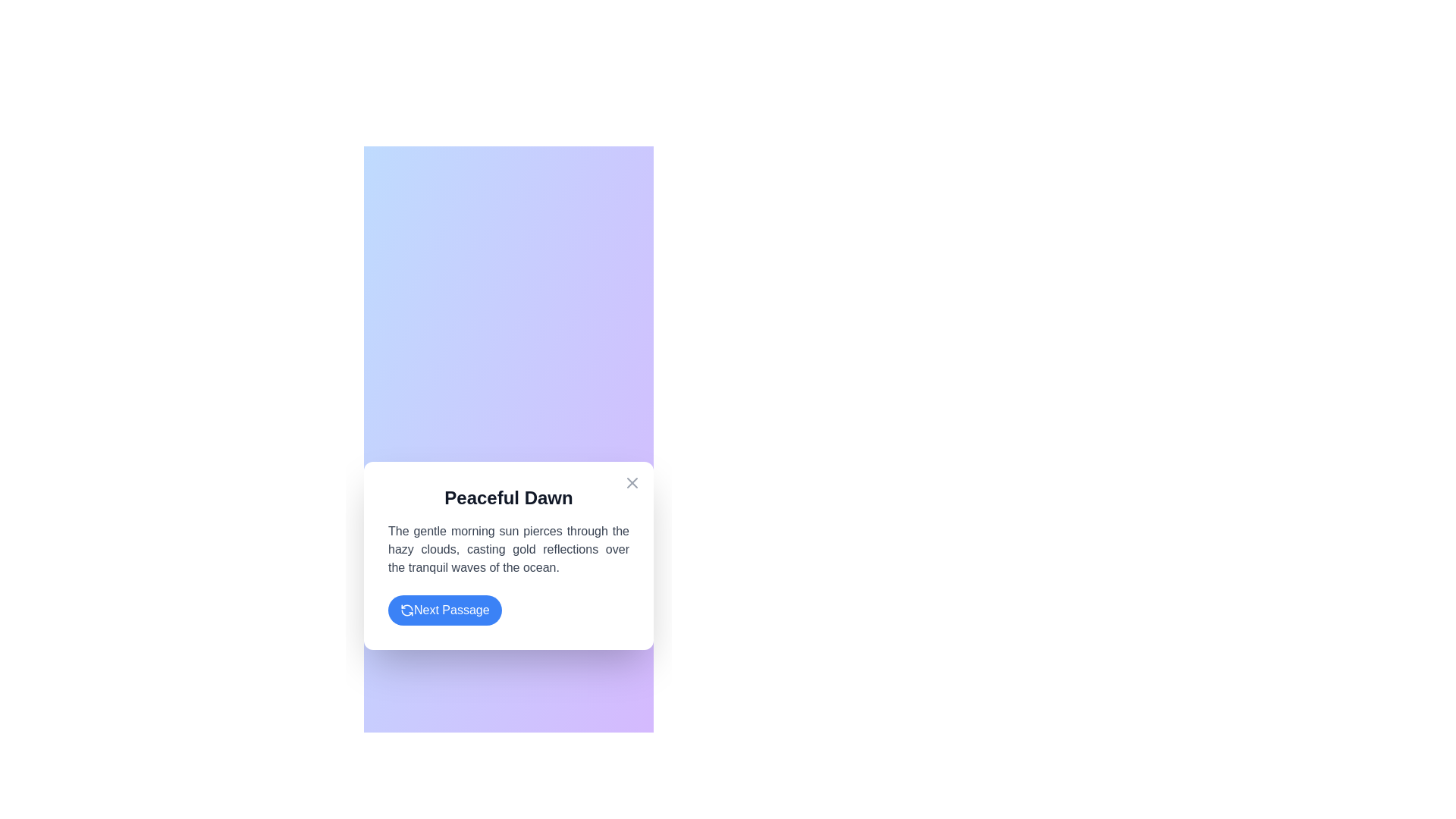  I want to click on the 'Next Passage' button to navigate to the next passage, so click(444, 610).